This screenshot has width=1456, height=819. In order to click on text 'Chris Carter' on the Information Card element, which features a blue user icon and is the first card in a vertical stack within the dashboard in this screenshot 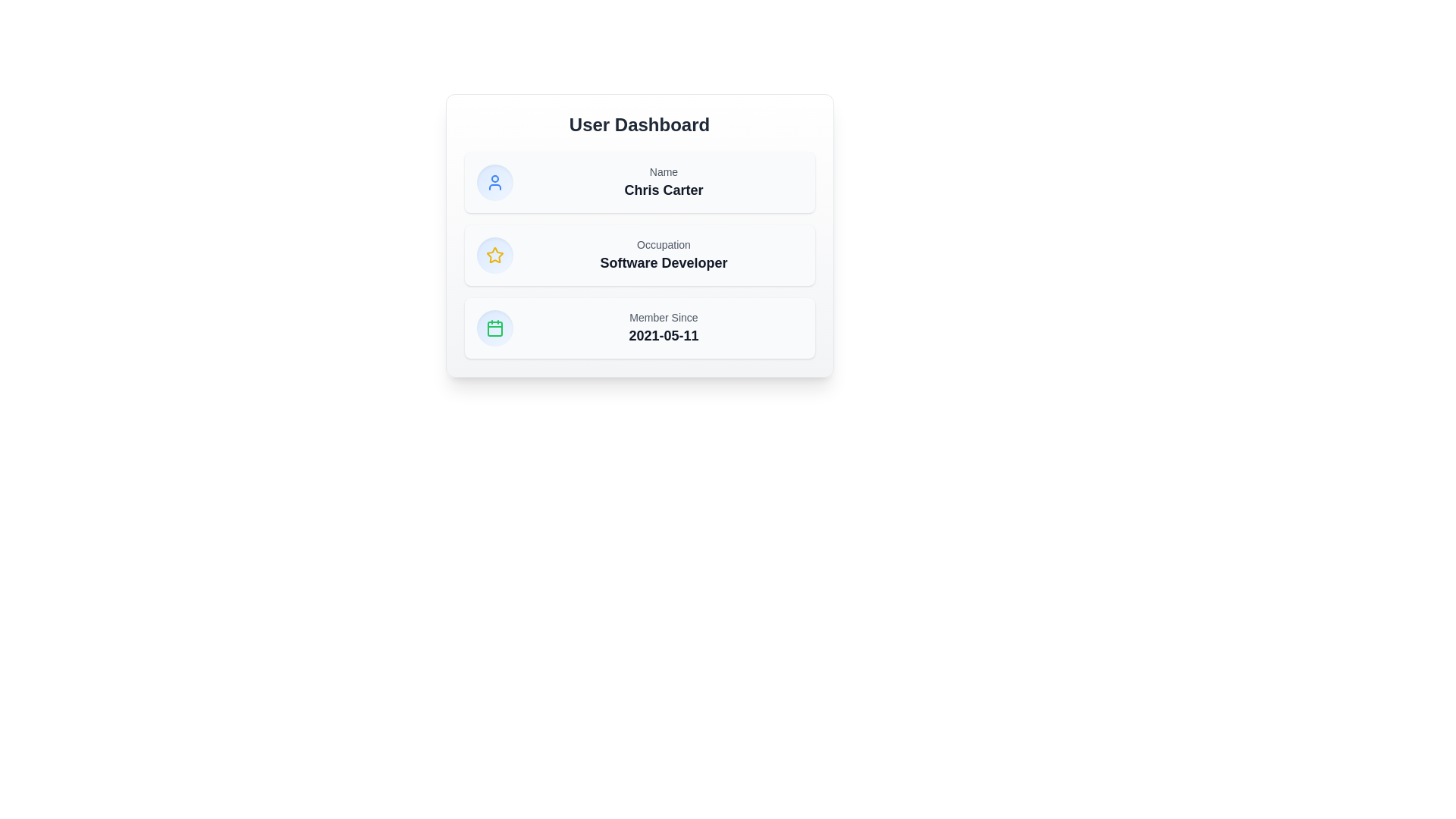, I will do `click(639, 181)`.